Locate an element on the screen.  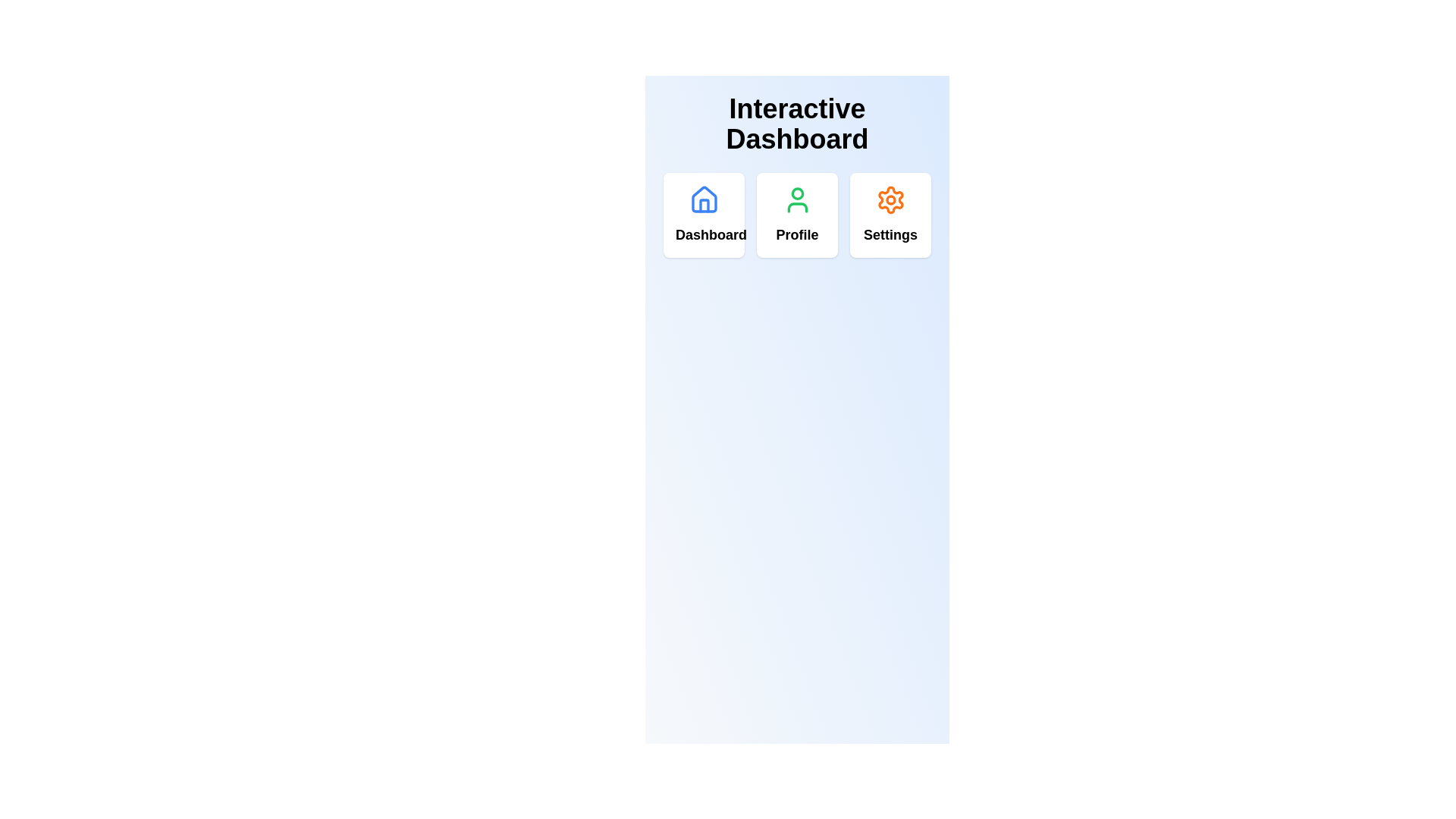
the small circular shape located at the top portion of the Profile icon within the second button of the top row in the Interactive Dashboard is located at coordinates (796, 193).